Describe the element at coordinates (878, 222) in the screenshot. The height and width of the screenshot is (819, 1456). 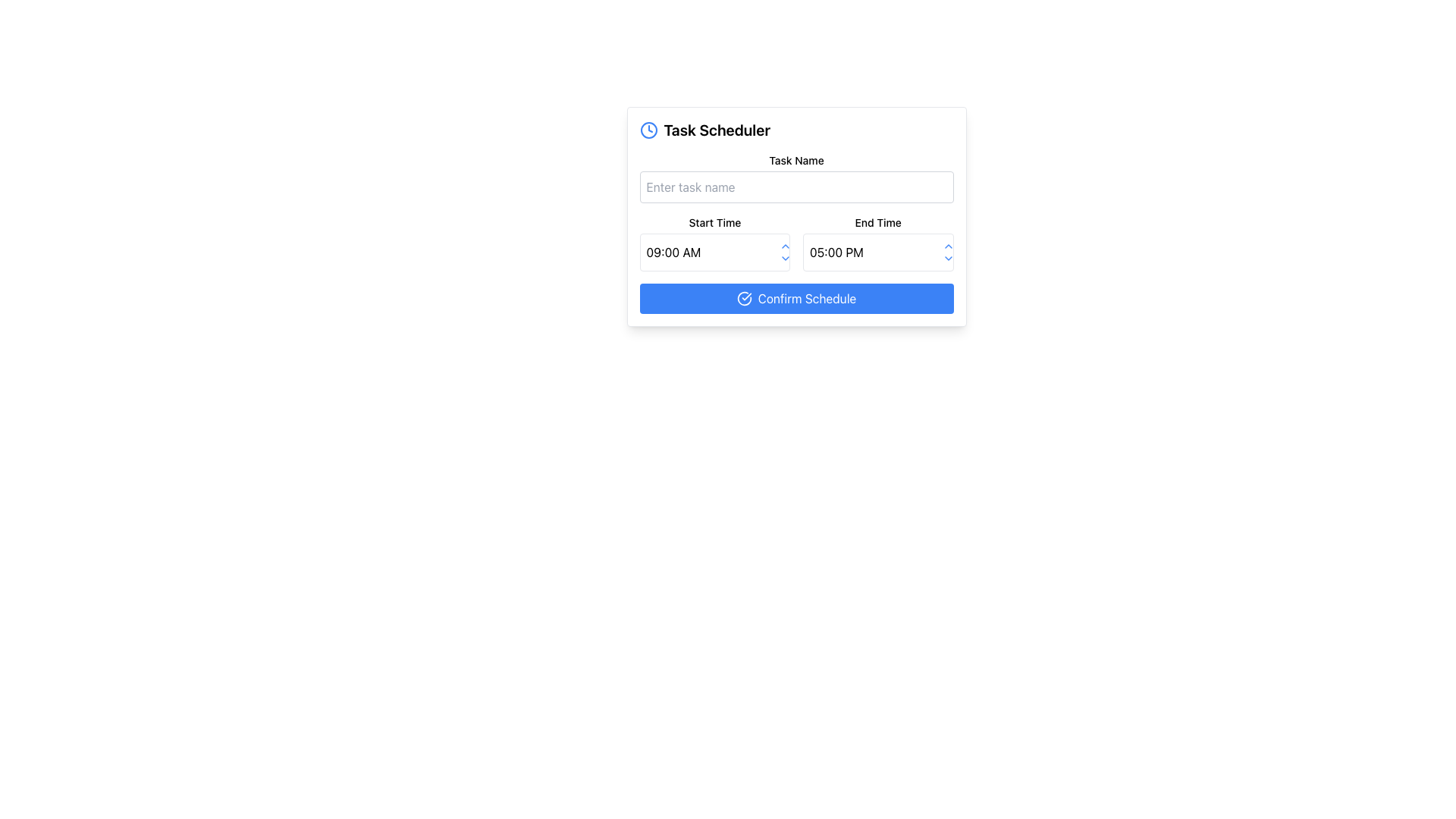
I see `the 'End Time' label, which is a small bold text label positioned in the lower center part of the form layout, directly above the end time input field` at that location.